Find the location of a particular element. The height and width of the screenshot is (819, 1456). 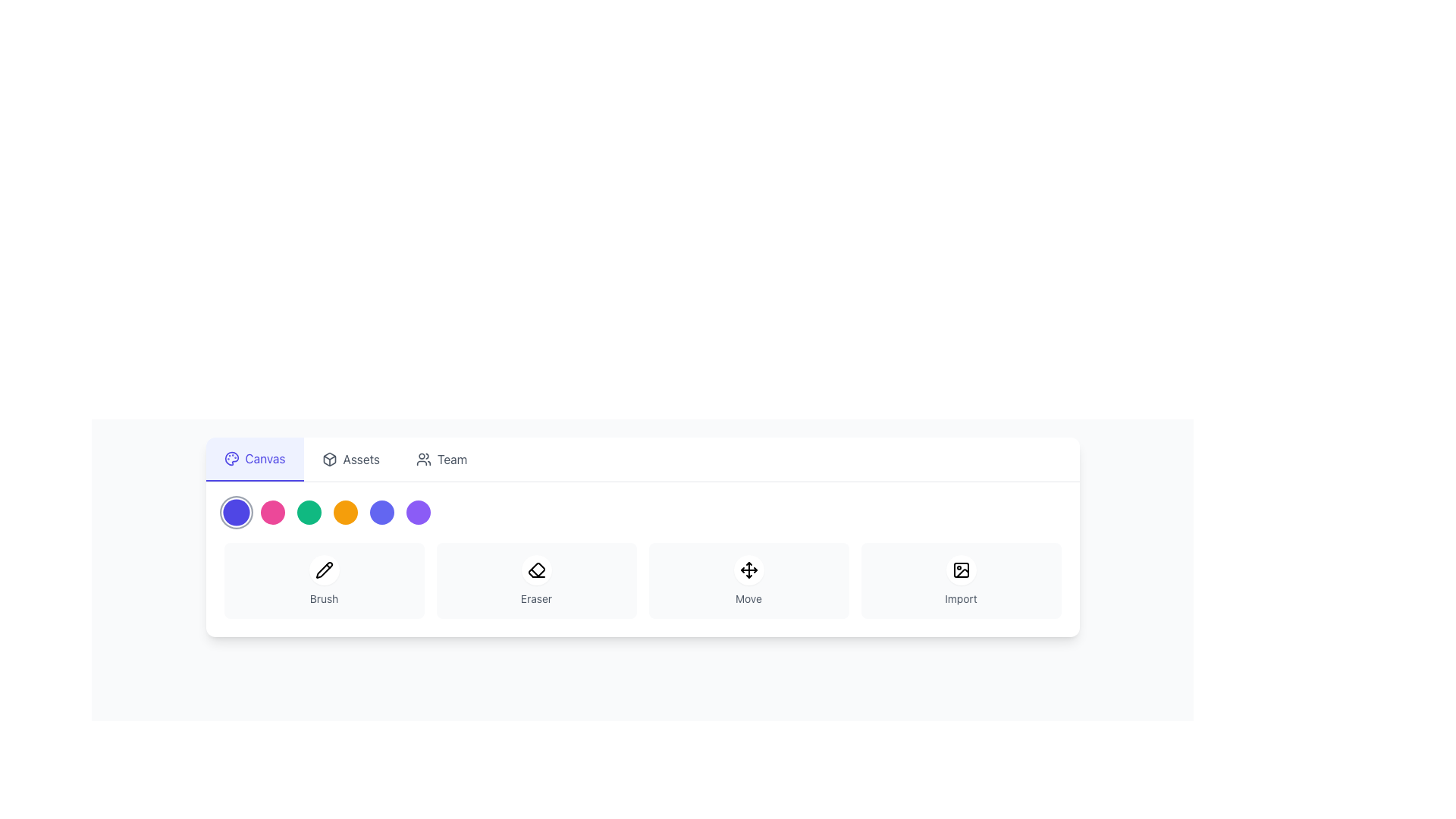

the 'Brush' tool icon located in the center of the button in the toolbar is located at coordinates (323, 570).